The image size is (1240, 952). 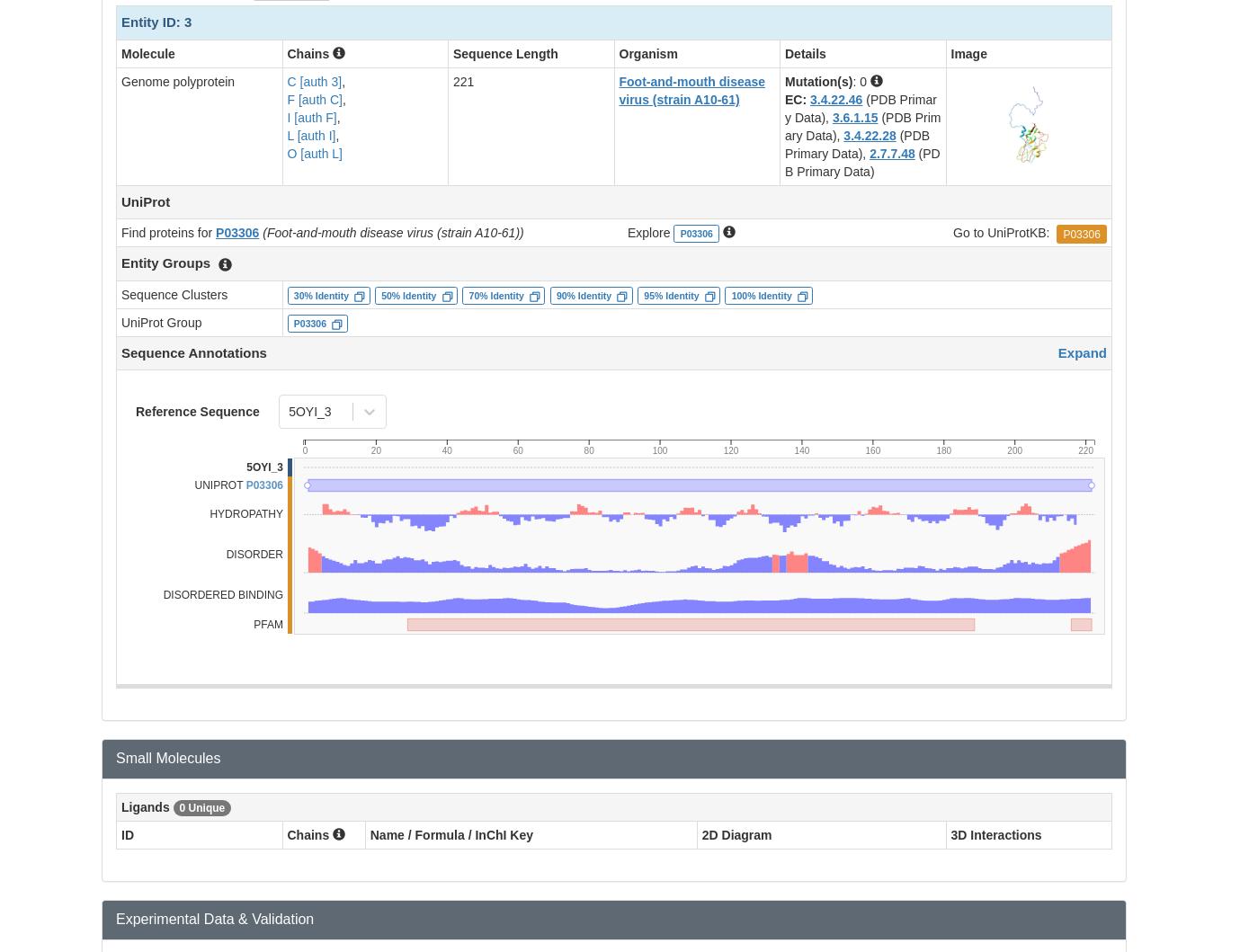 I want to click on '180', so click(x=942, y=450).